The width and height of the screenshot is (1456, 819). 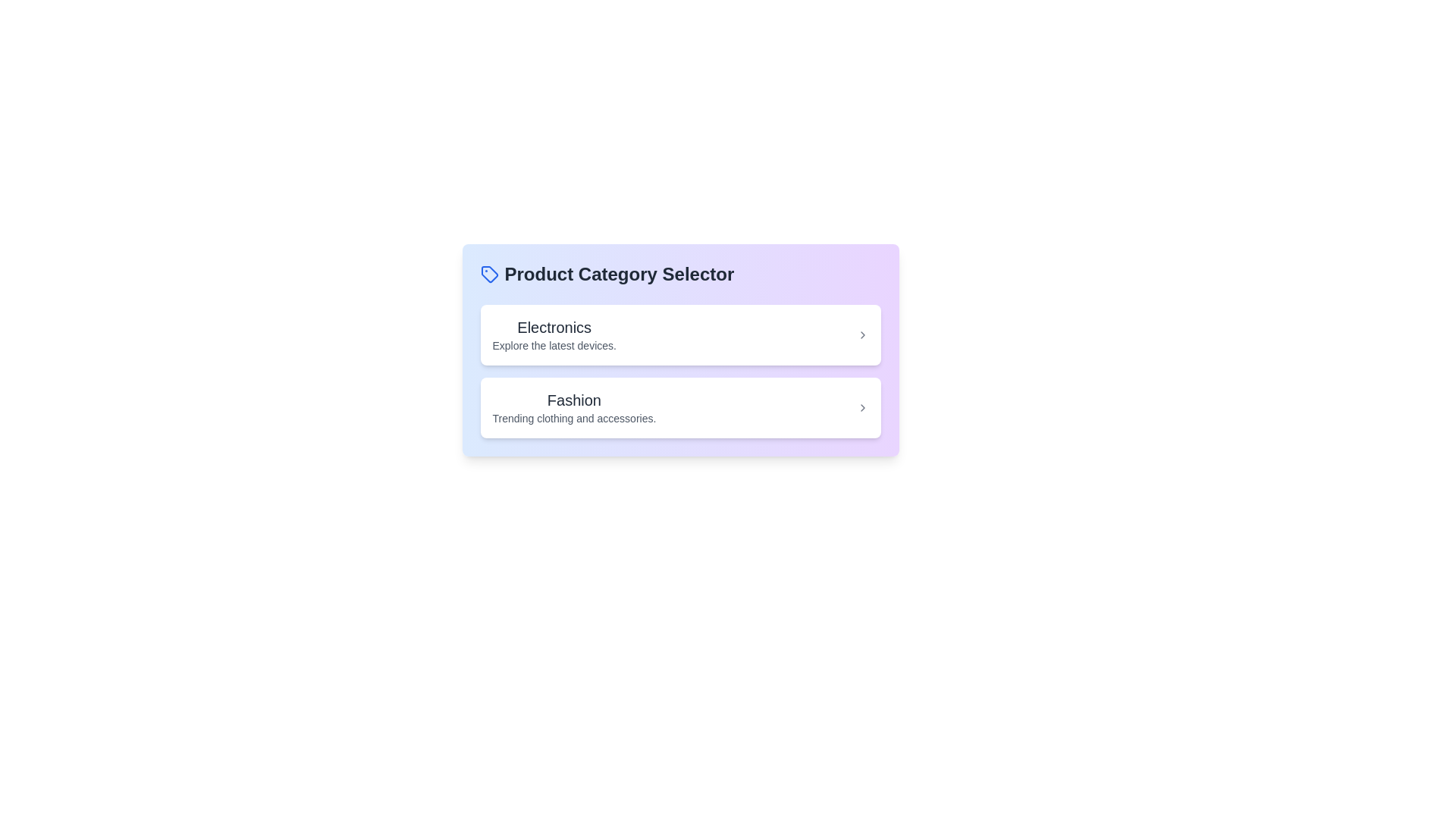 I want to click on the descriptive subtitle text label for the 'Electronics' category, which is positioned directly below the main label 'Electronics' and above the right-pointing arrow icon, so click(x=554, y=345).